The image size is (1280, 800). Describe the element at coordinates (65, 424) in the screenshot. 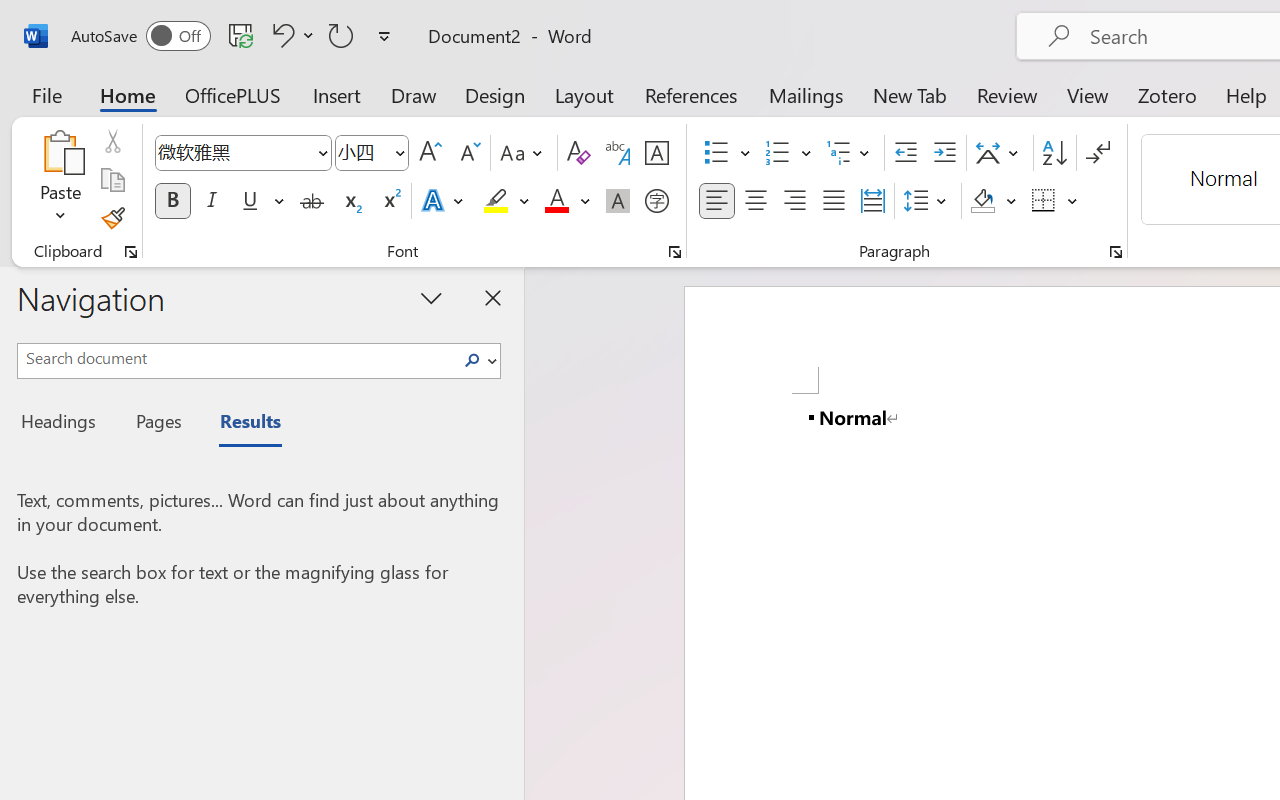

I see `'Headings'` at that location.